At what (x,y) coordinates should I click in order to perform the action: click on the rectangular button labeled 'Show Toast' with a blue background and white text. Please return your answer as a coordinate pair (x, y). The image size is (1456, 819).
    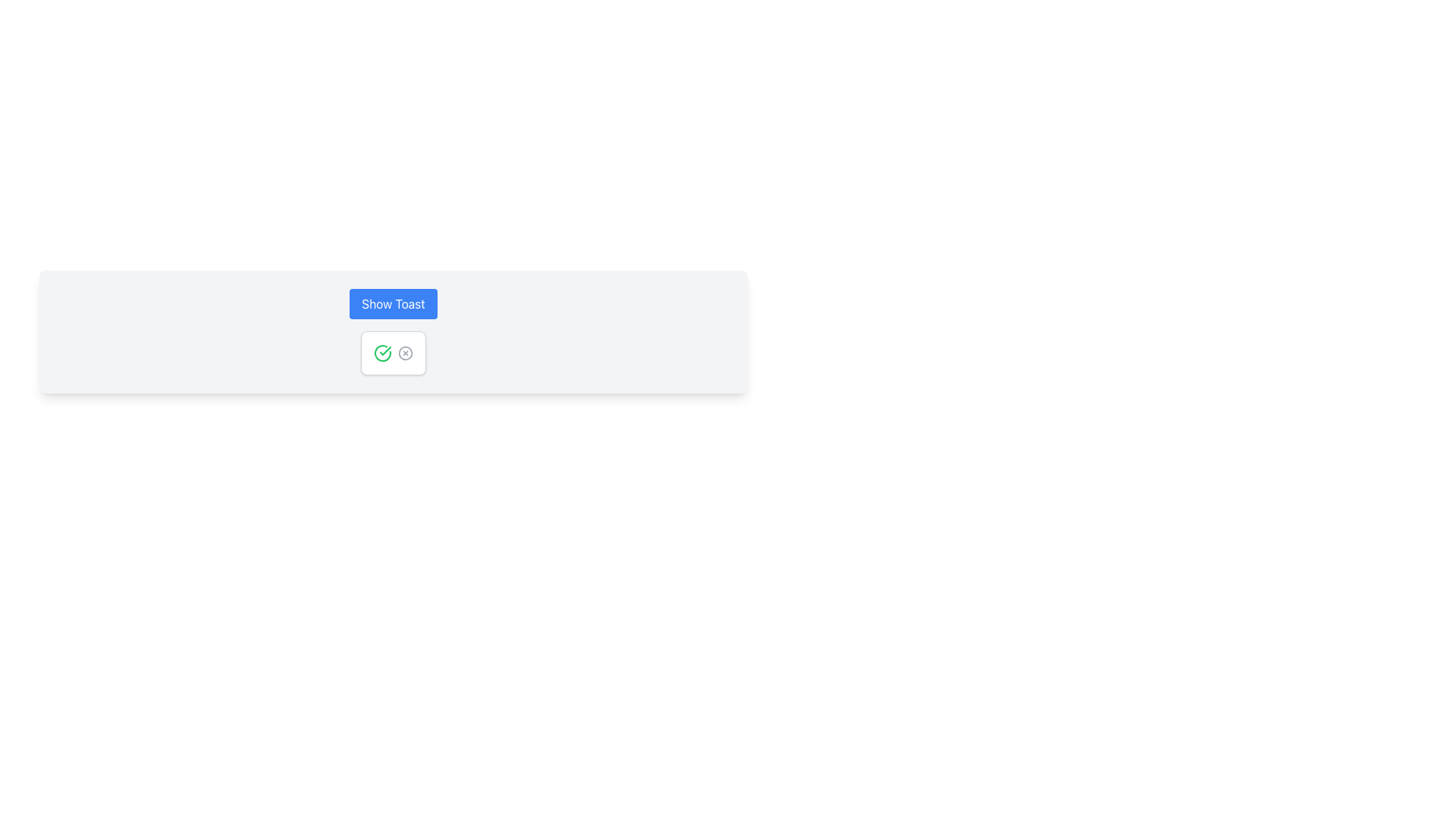
    Looking at the image, I should click on (393, 304).